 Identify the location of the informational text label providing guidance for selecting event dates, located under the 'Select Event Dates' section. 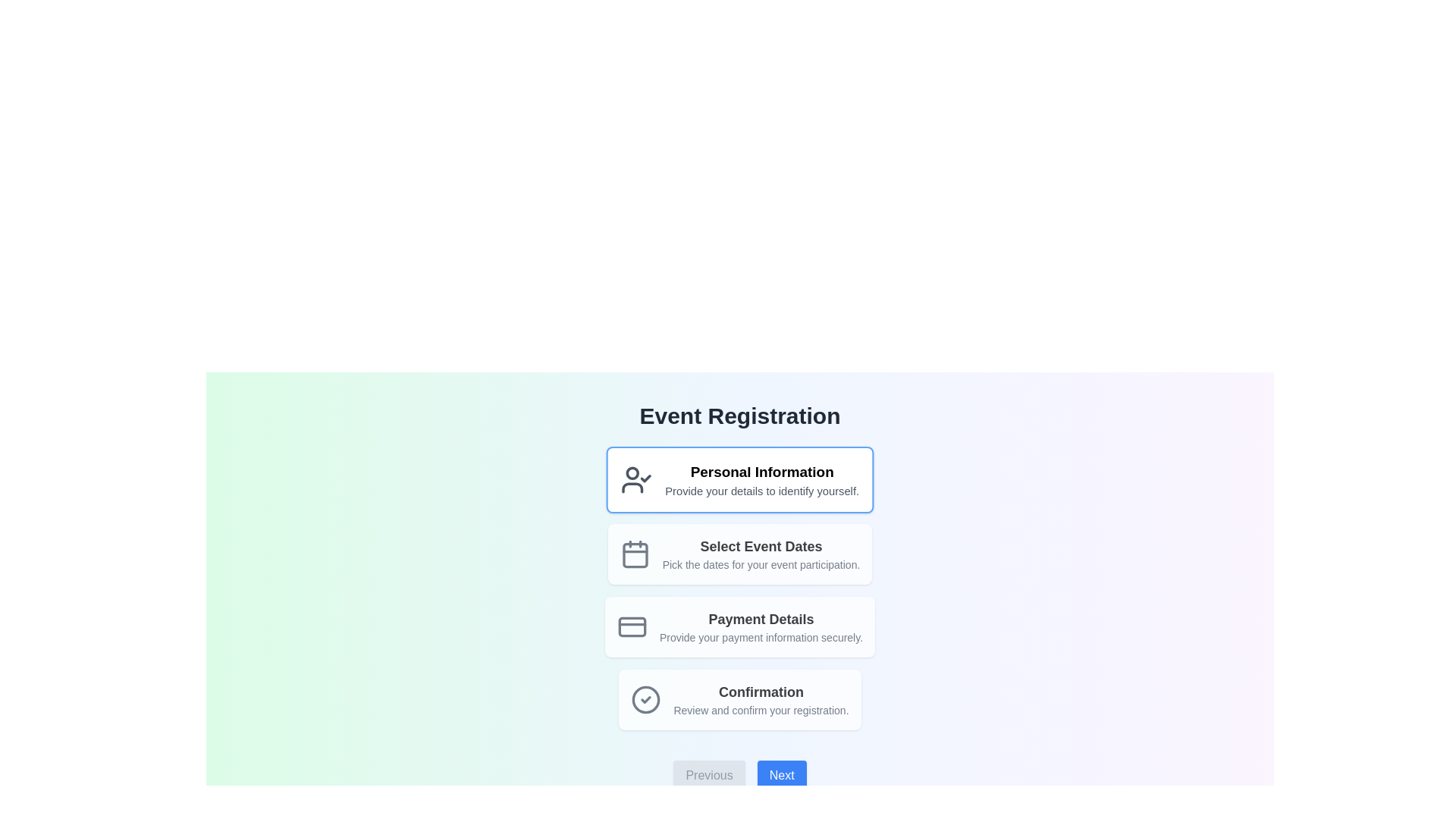
(761, 564).